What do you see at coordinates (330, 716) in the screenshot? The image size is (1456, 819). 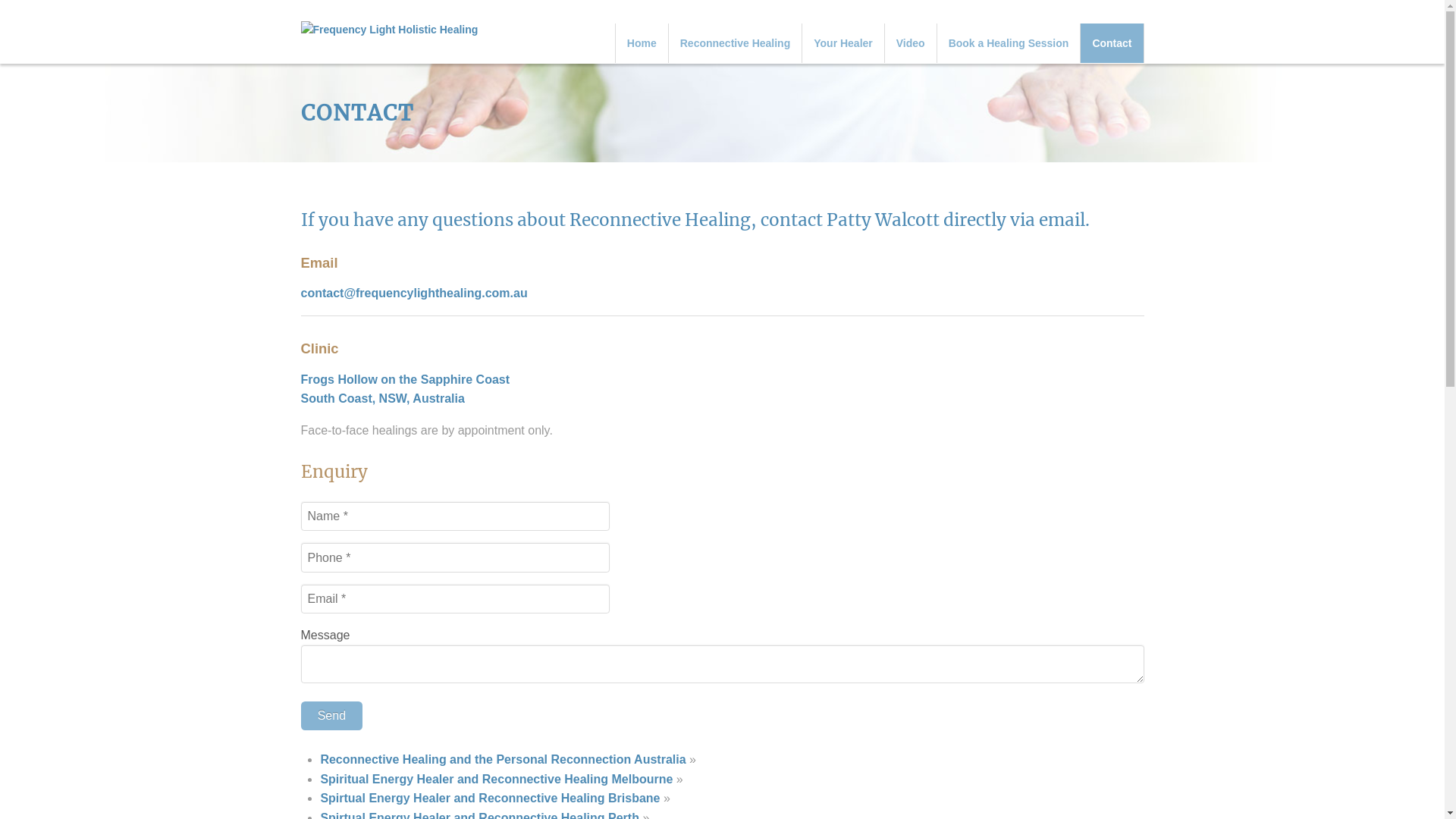 I see `'Send'` at bounding box center [330, 716].